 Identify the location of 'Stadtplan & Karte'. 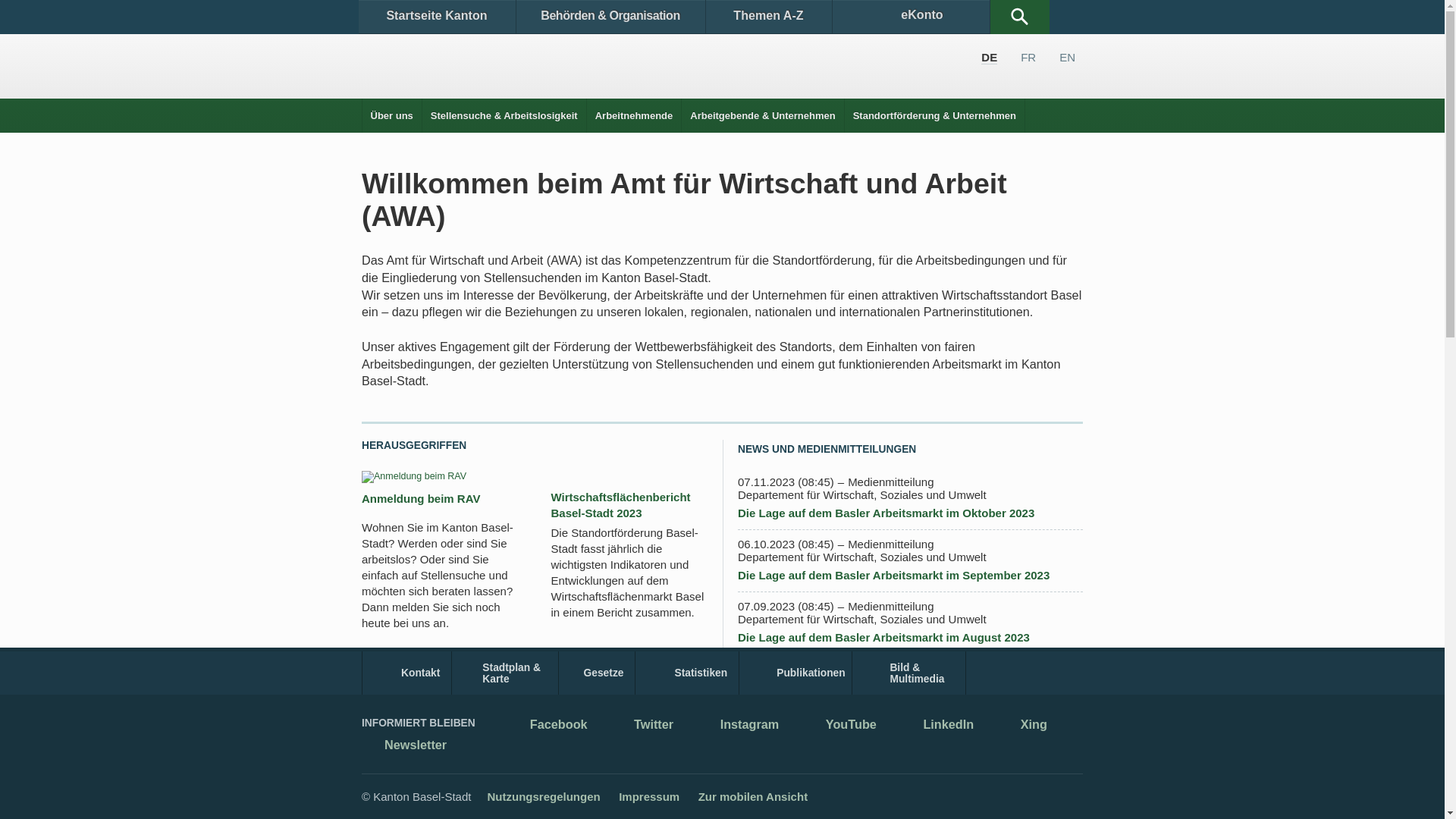
(505, 672).